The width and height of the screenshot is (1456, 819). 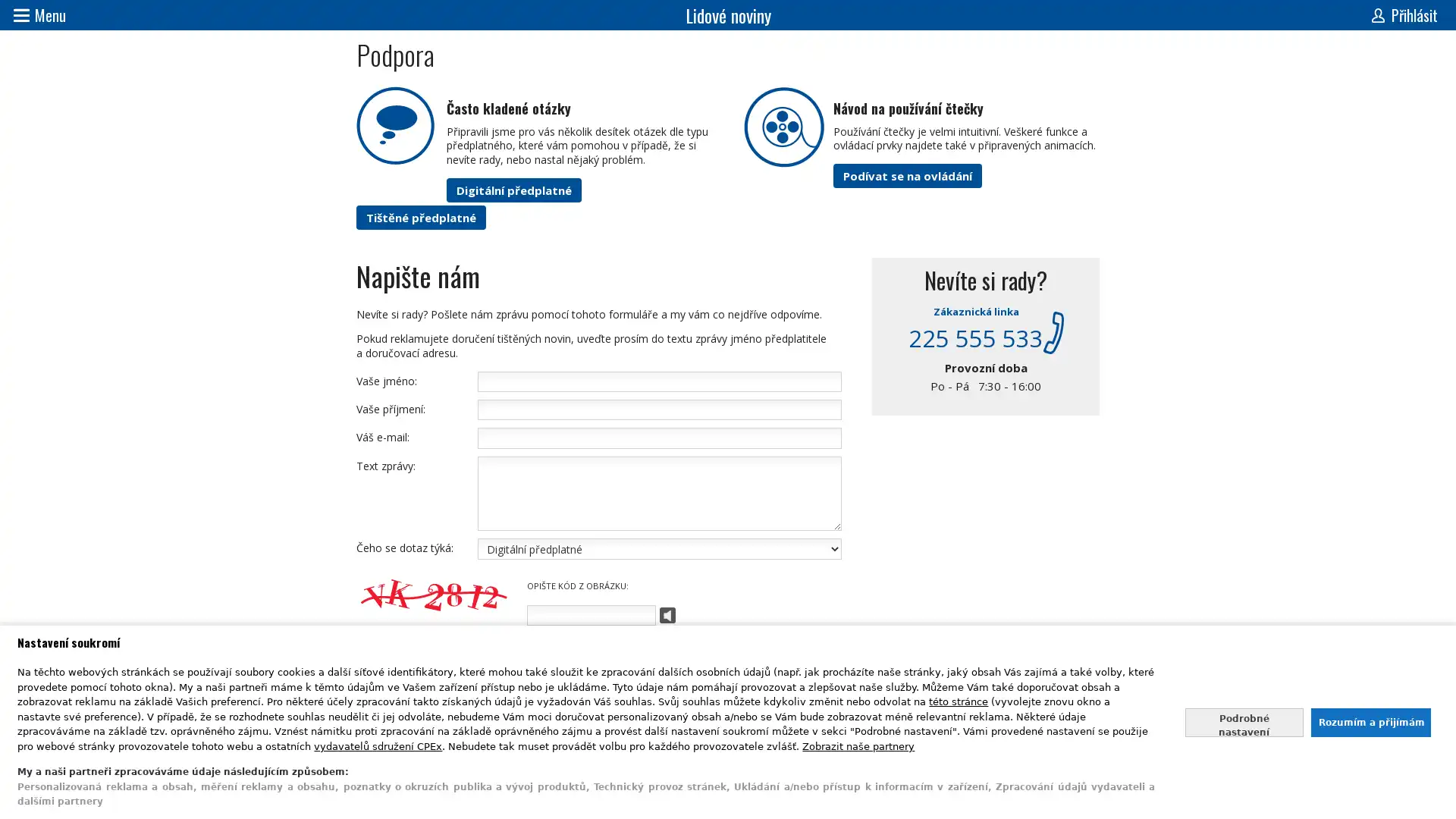 What do you see at coordinates (858, 745) in the screenshot?
I see `Zobrazit nase partnery` at bounding box center [858, 745].